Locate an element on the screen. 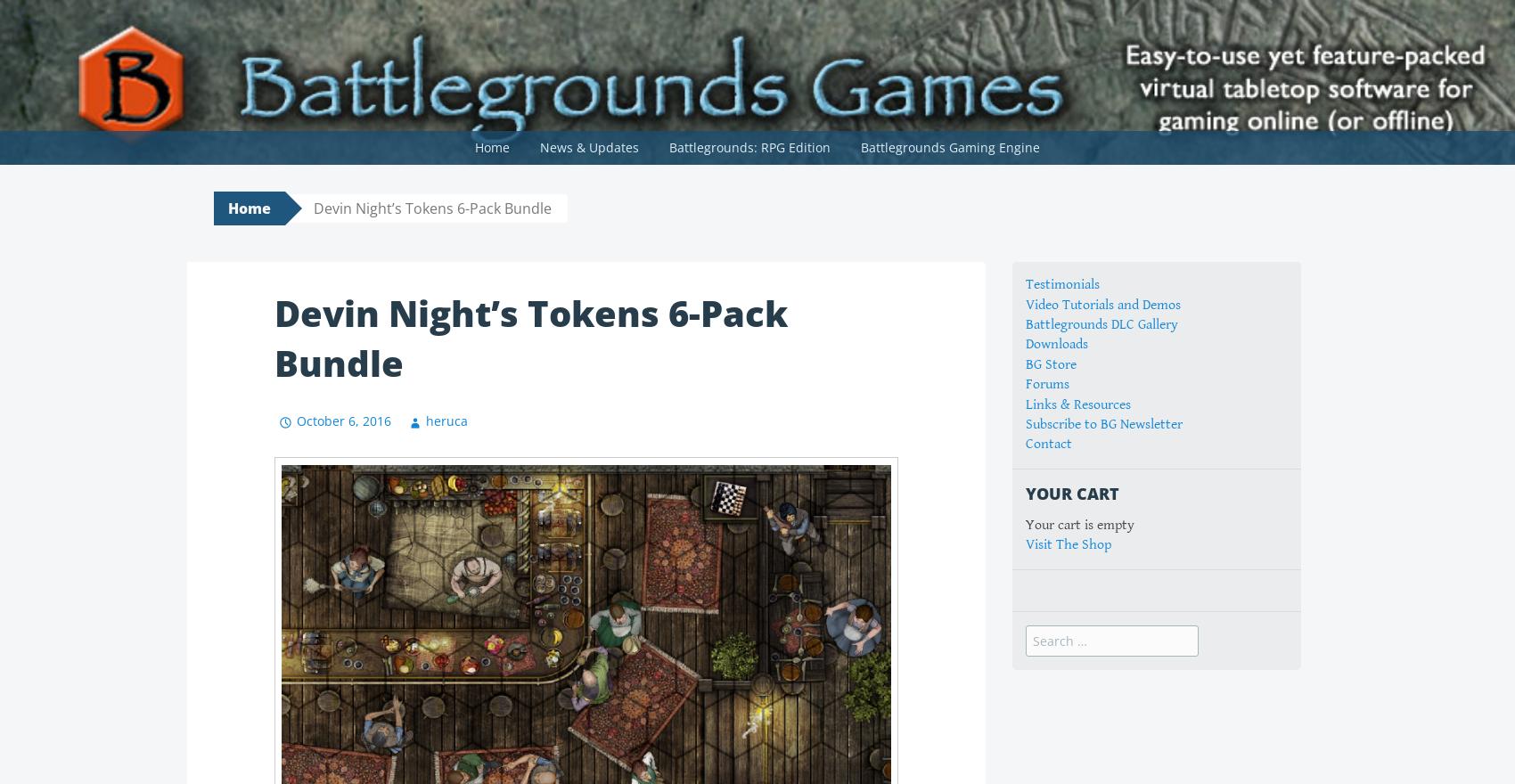 This screenshot has width=1515, height=784. 'Contact' is located at coordinates (1026, 444).